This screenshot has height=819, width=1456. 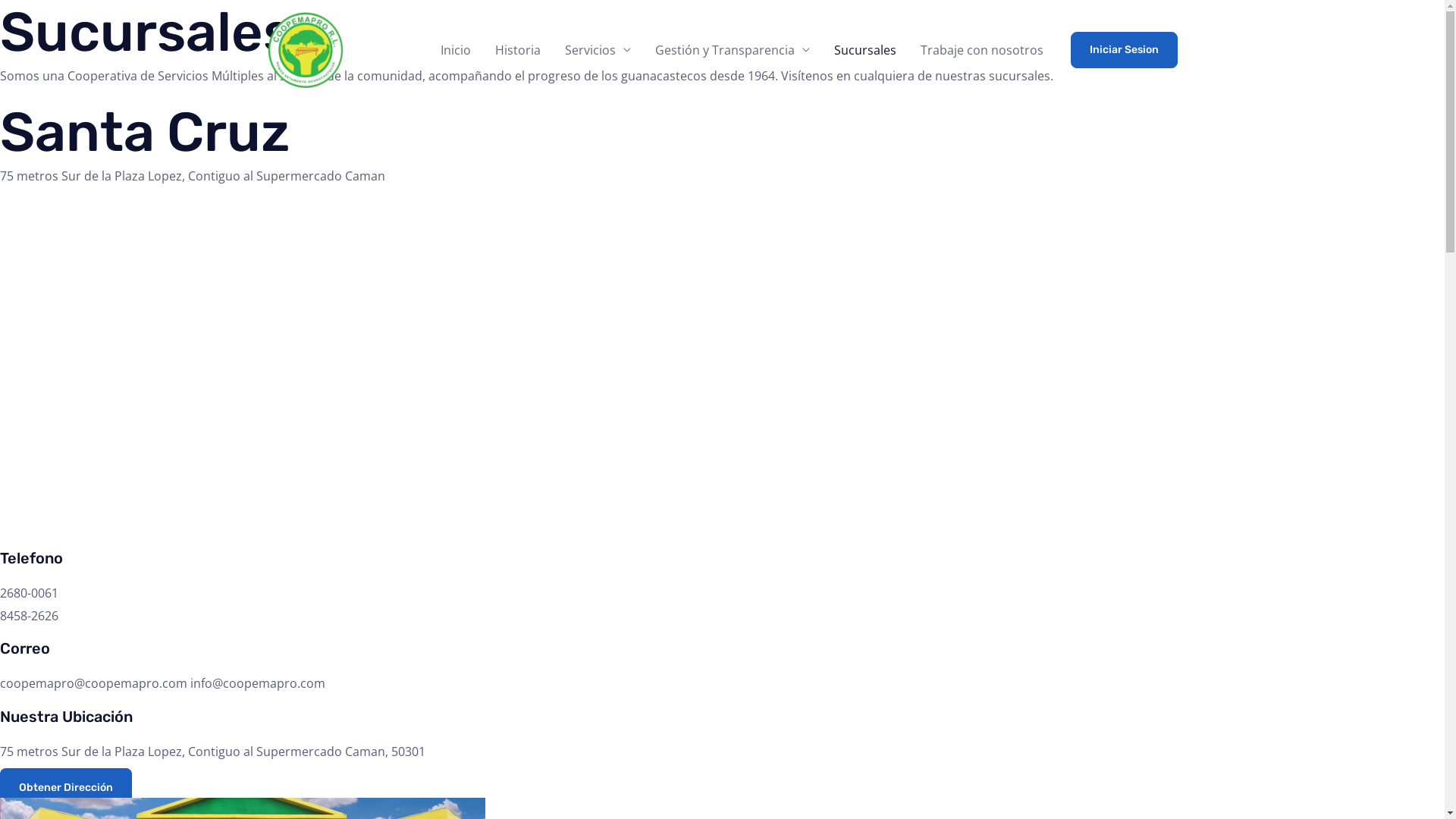 What do you see at coordinates (1124, 49) in the screenshot?
I see `'Iniciar Sesion'` at bounding box center [1124, 49].